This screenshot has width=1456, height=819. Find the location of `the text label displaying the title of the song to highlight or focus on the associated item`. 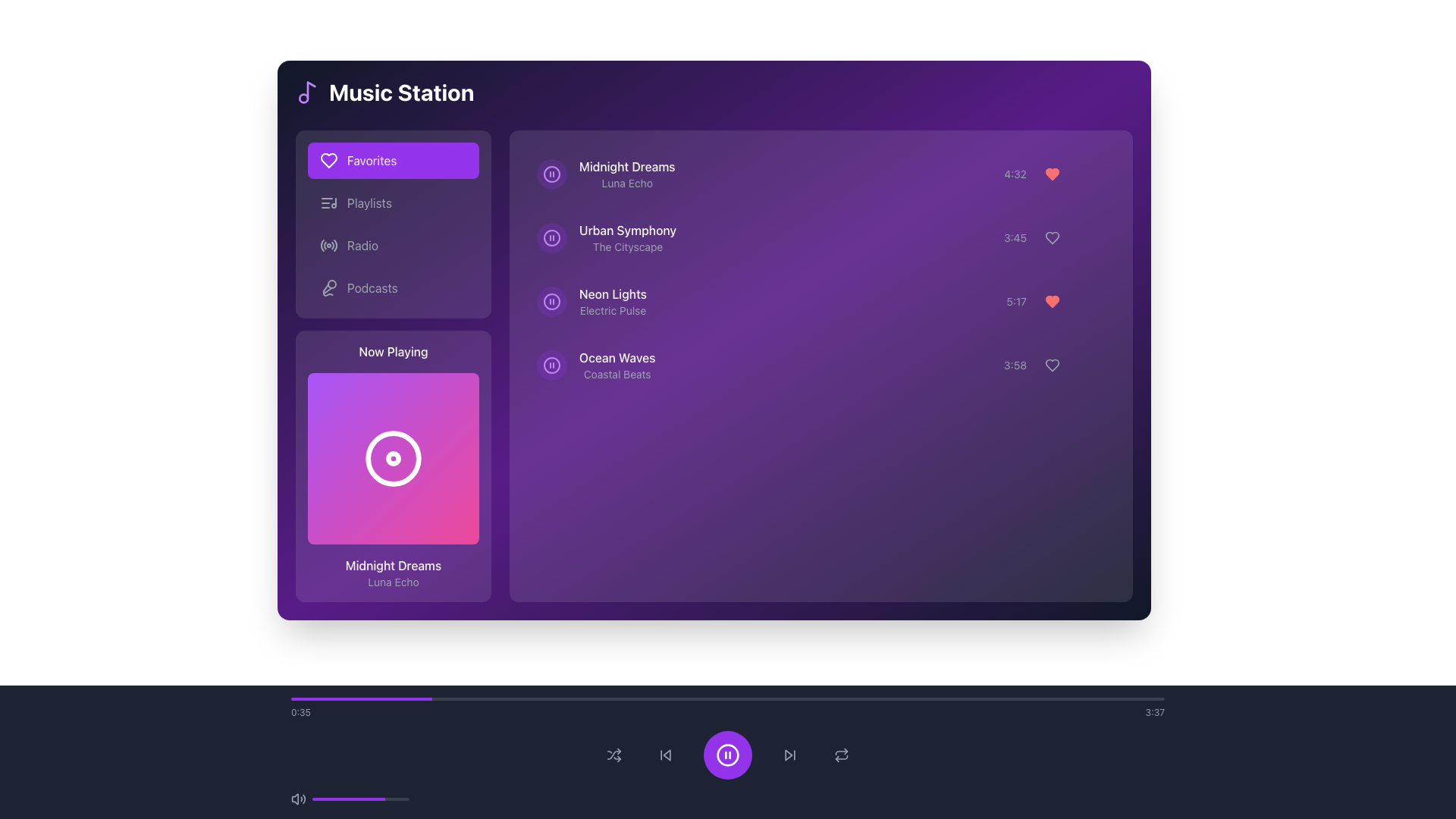

the text label displaying the title of the song to highlight or focus on the associated item is located at coordinates (626, 166).